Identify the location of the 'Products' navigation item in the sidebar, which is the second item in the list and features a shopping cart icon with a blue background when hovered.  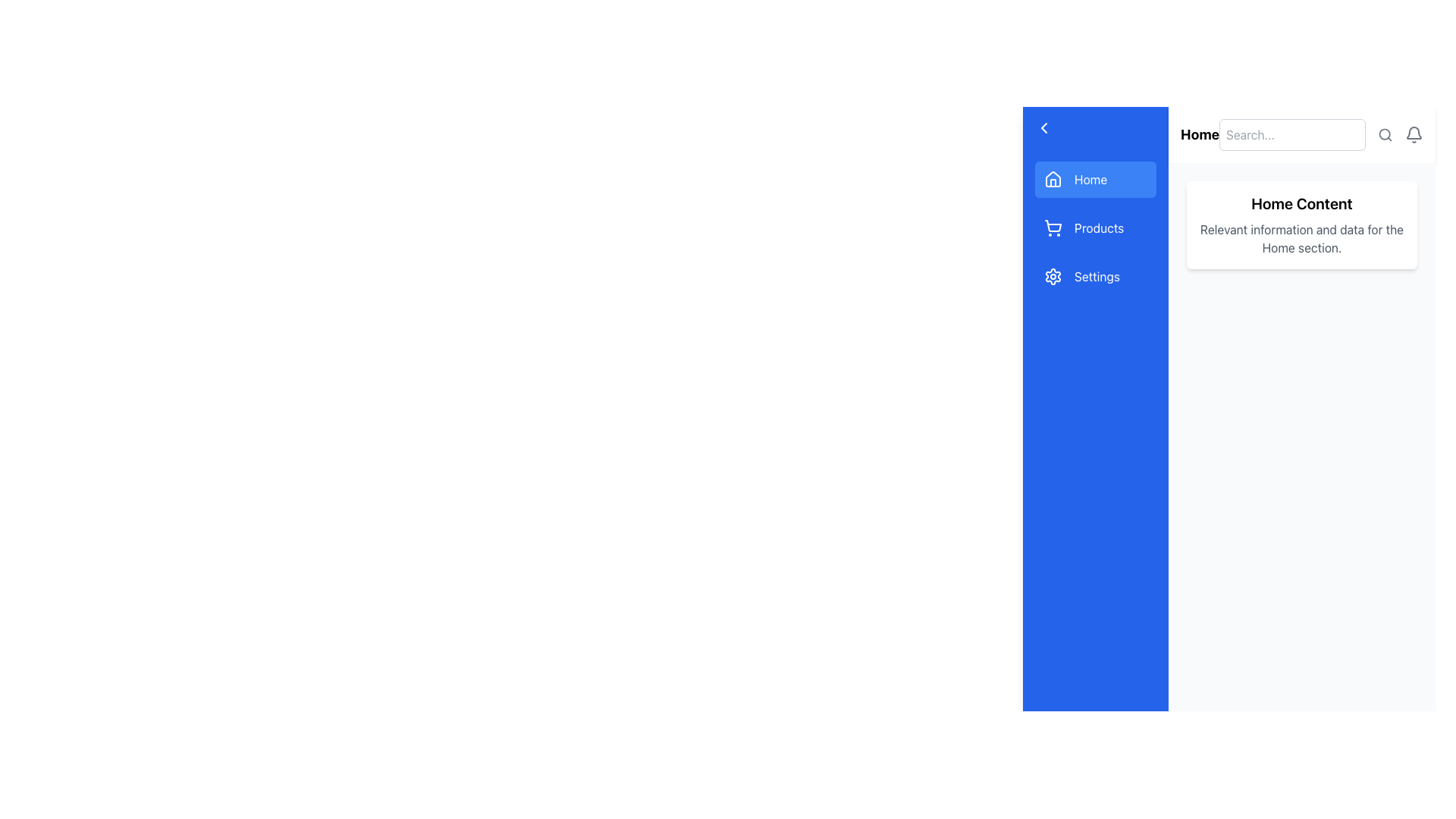
(1095, 227).